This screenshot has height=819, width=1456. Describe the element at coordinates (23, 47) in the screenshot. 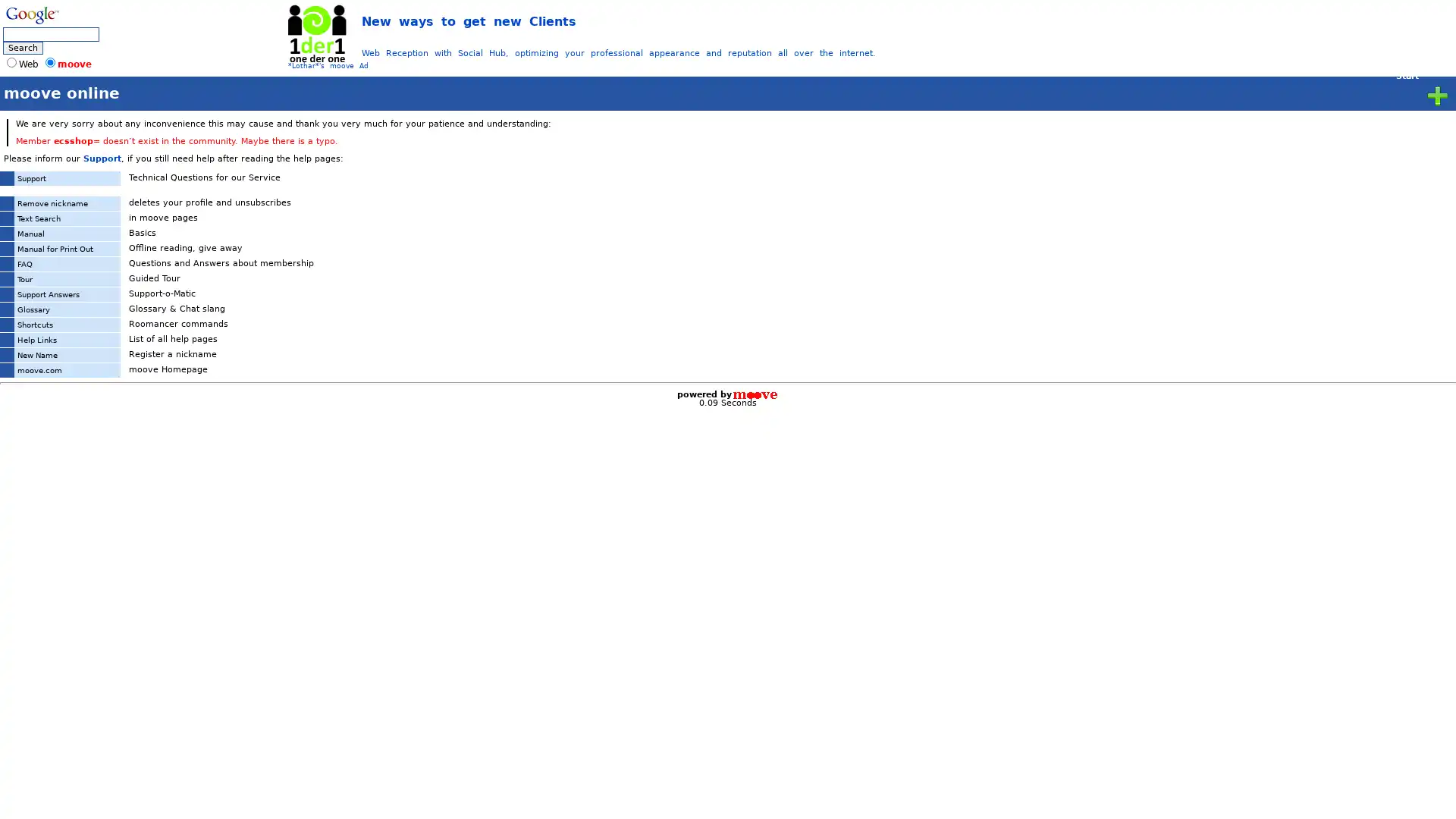

I see `Search` at that location.